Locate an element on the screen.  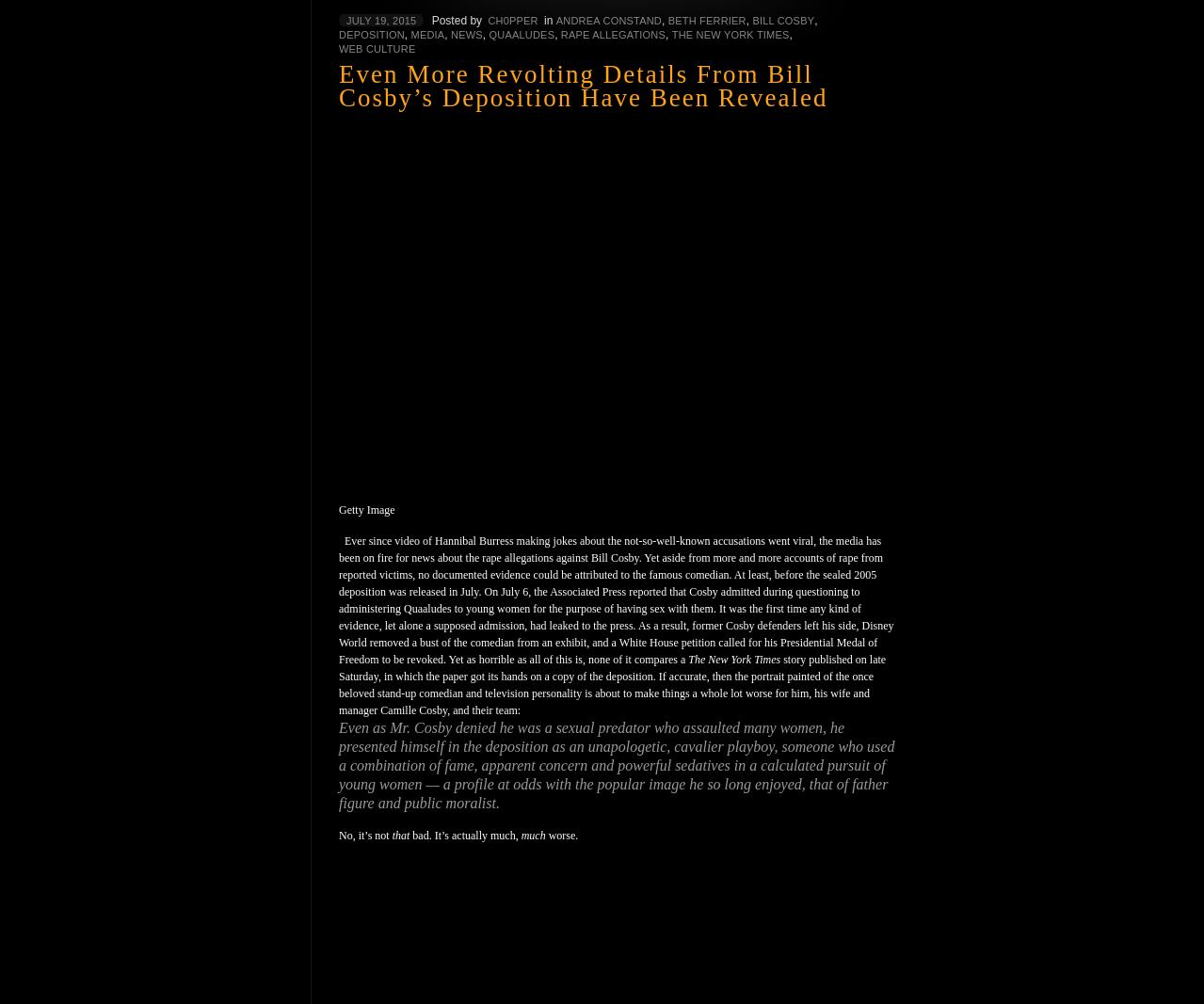
'bad. It’s actually much,' is located at coordinates (464, 833).